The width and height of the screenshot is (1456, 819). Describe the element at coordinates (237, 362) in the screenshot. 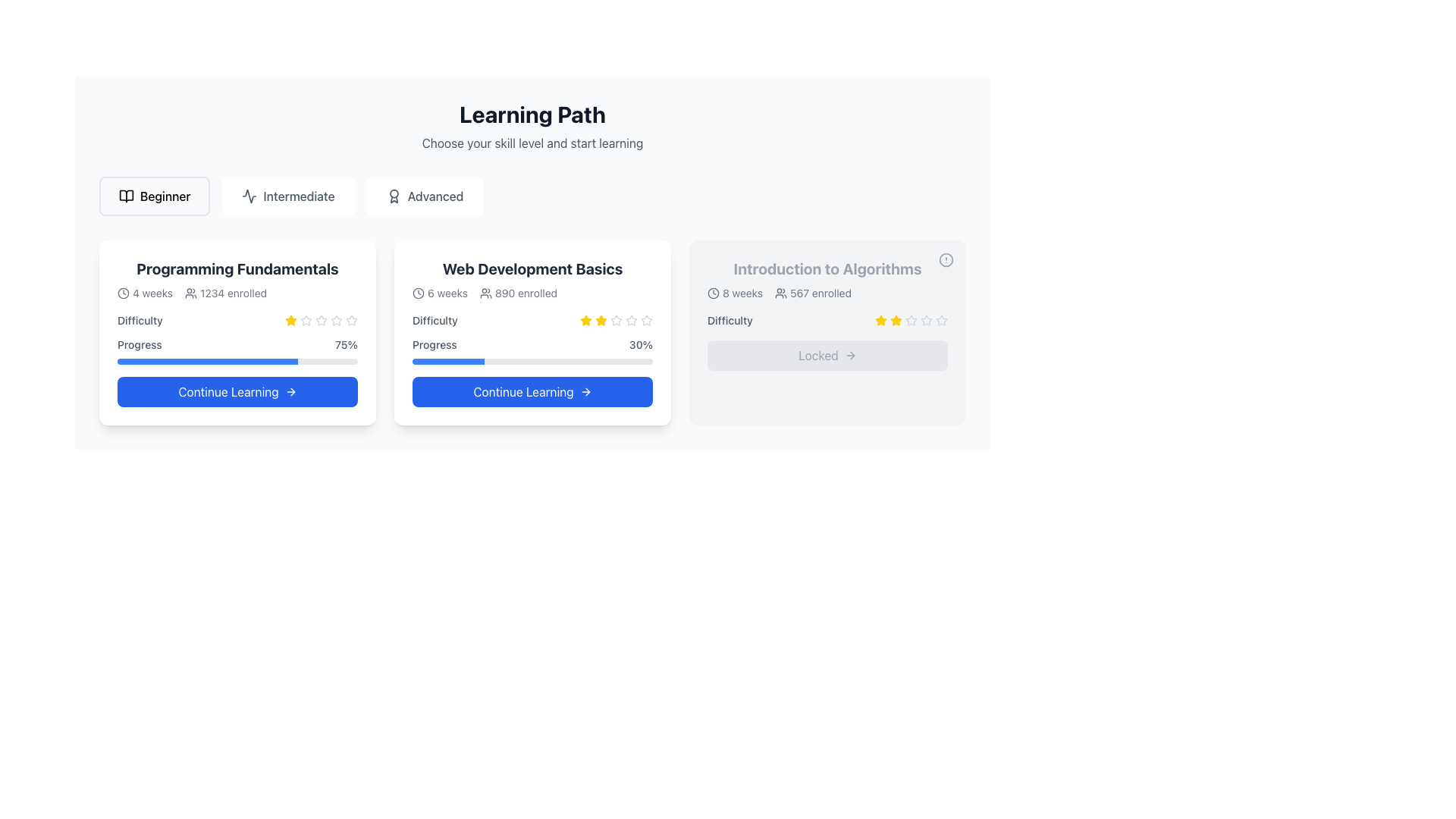

I see `the progress bar located within the 'Programming Fundamentals' card, beneath the 'Progress' label and above the 'Continue Learning' button` at that location.